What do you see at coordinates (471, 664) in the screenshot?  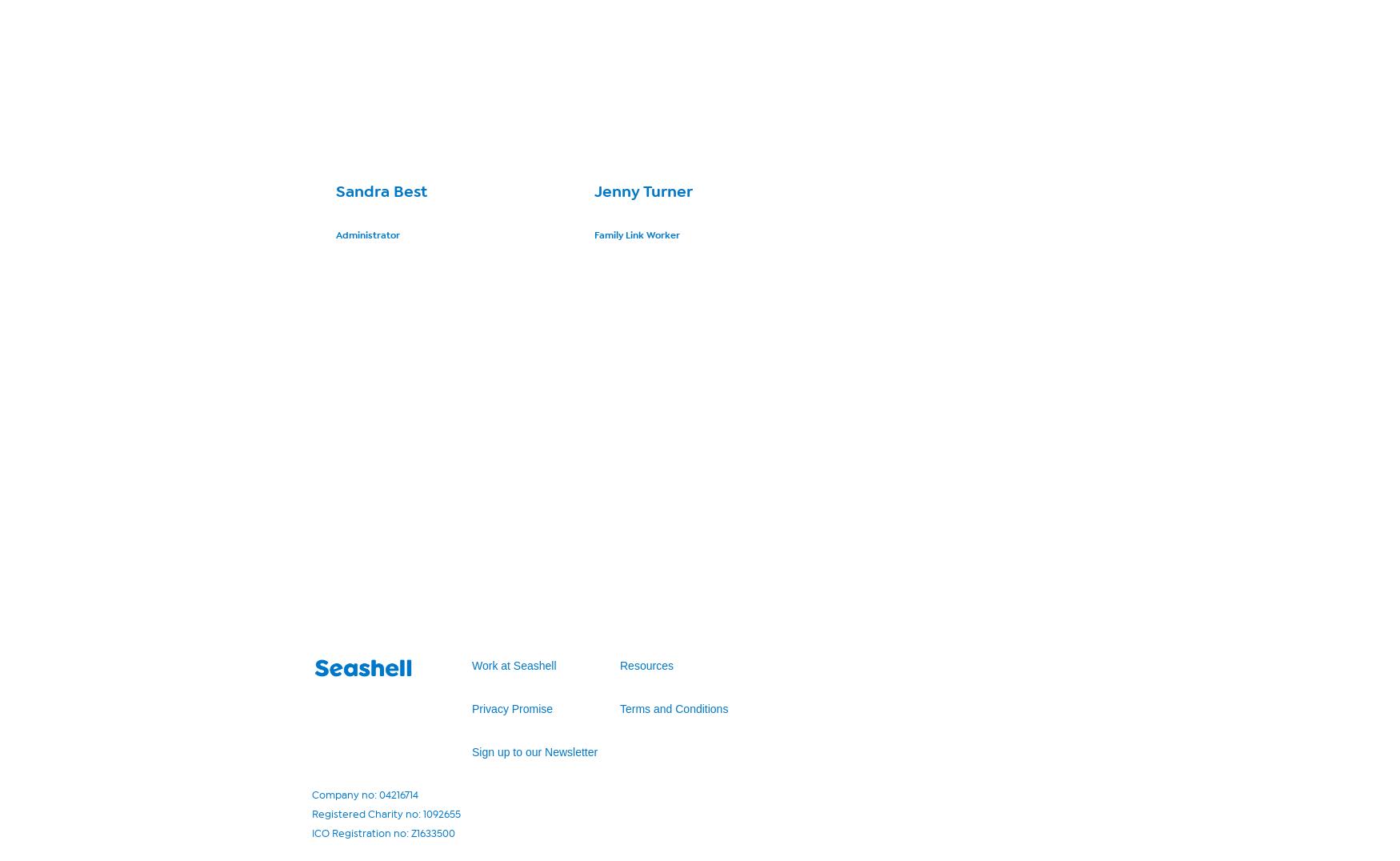 I see `'Work at Seashell'` at bounding box center [471, 664].